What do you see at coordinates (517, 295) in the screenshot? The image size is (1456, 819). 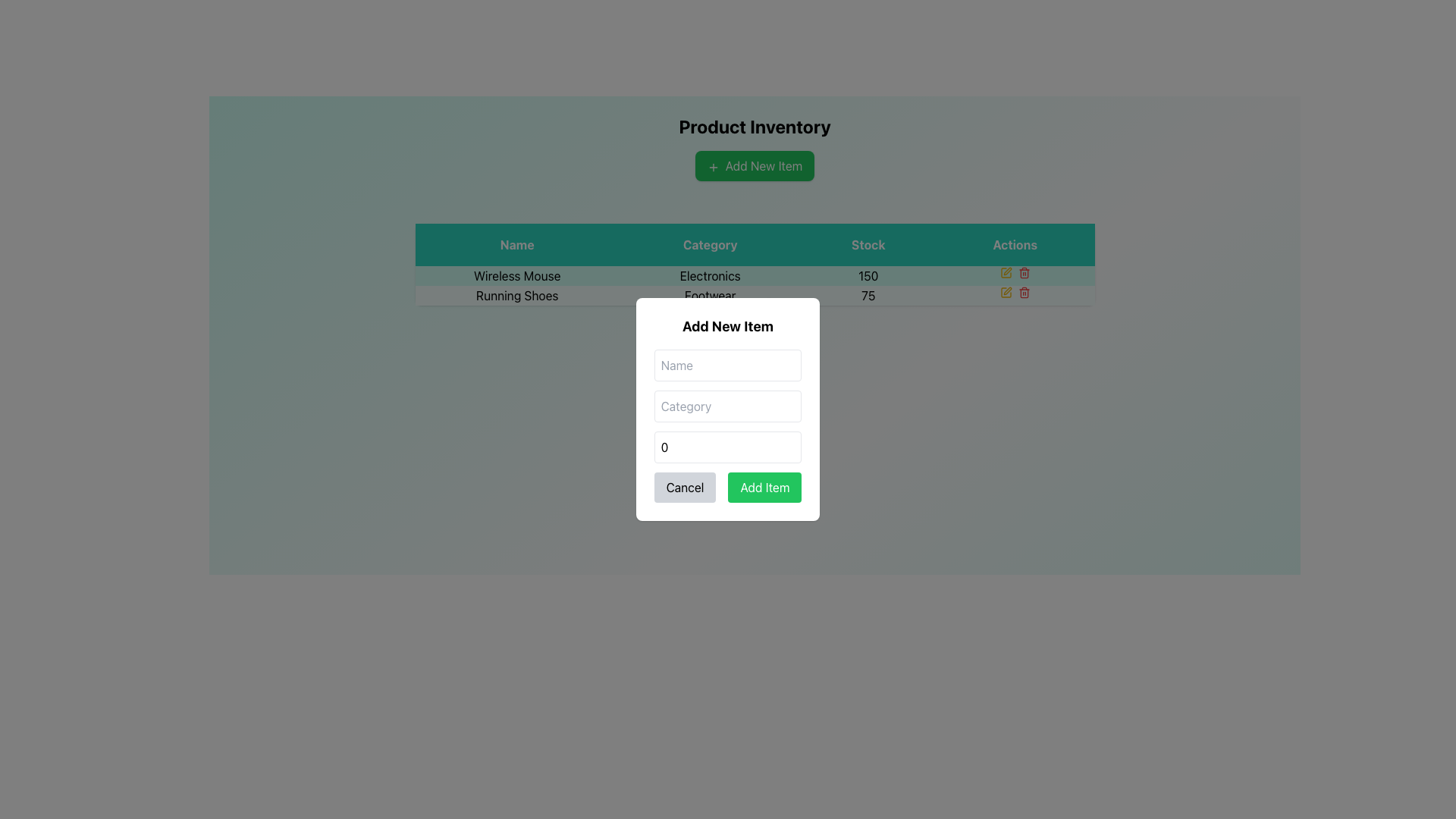 I see `the label that identifies the item in the product inventory table, located in the second row under the 'Name' column, directly below 'Wireless Mouse'` at bounding box center [517, 295].